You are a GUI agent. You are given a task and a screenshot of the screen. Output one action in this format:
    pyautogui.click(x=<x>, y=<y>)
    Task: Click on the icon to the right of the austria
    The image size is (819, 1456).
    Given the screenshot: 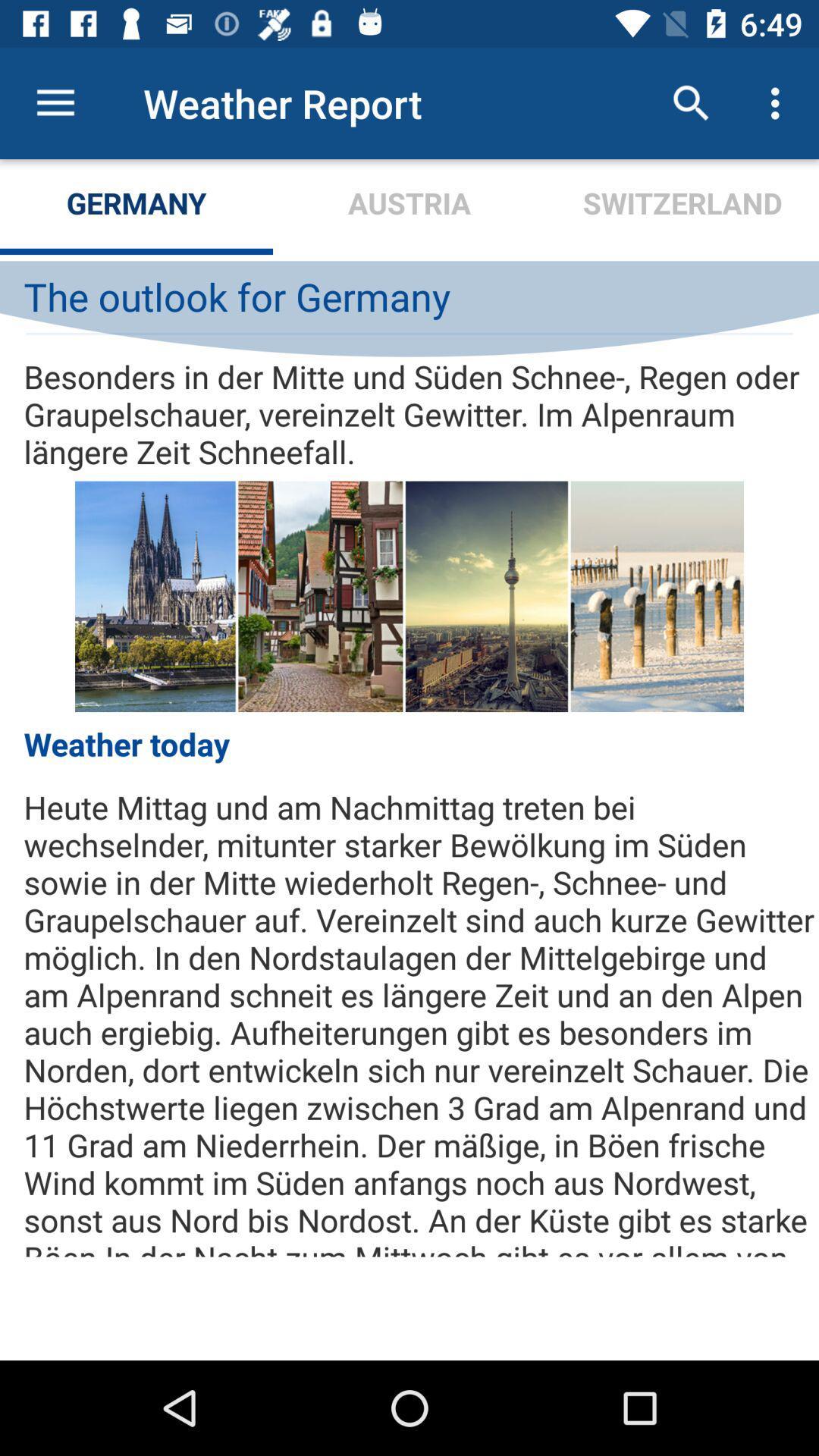 What is the action you would take?
    pyautogui.click(x=691, y=102)
    